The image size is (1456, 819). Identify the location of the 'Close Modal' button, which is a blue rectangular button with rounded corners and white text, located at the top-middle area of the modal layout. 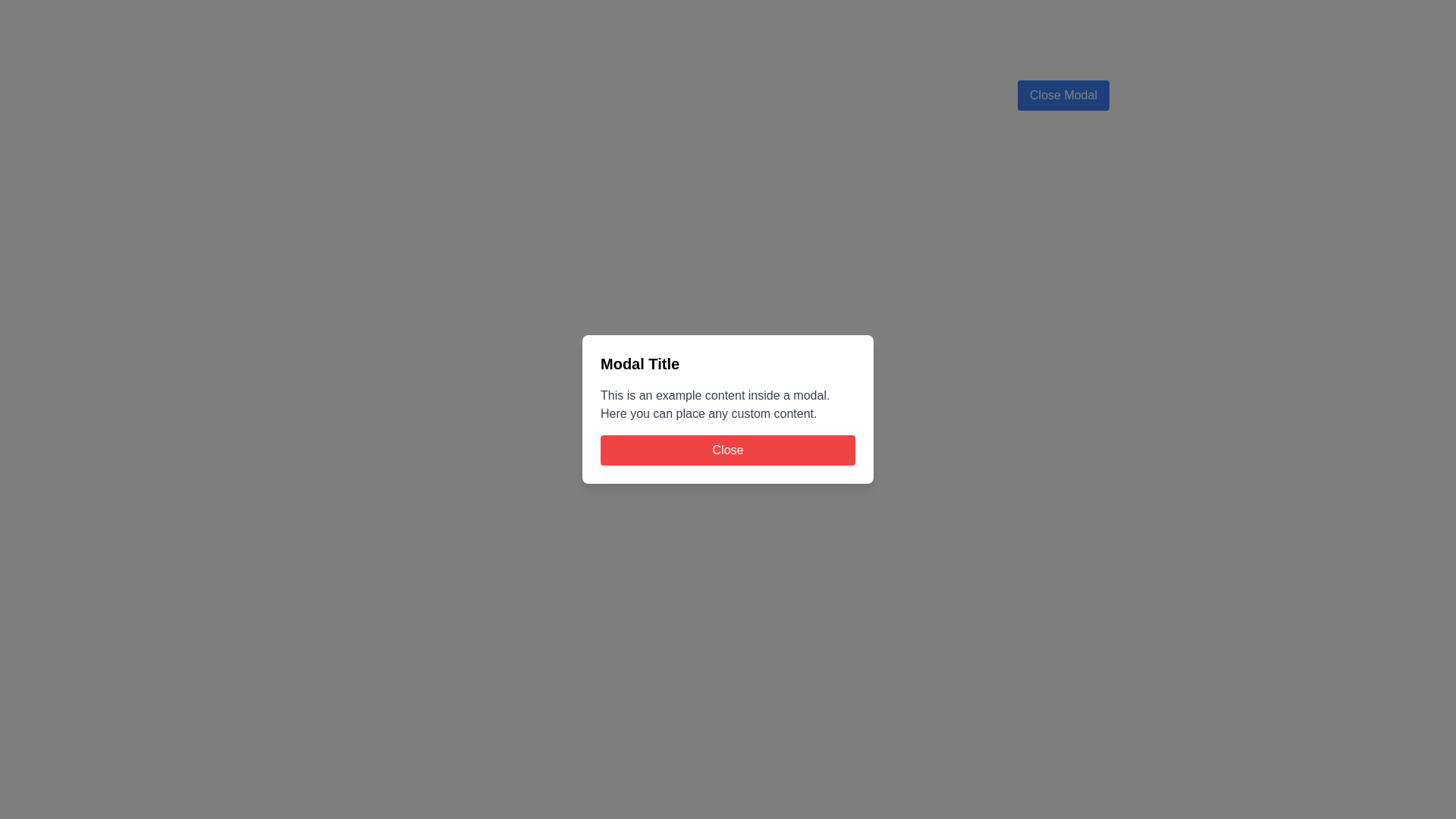
(1062, 96).